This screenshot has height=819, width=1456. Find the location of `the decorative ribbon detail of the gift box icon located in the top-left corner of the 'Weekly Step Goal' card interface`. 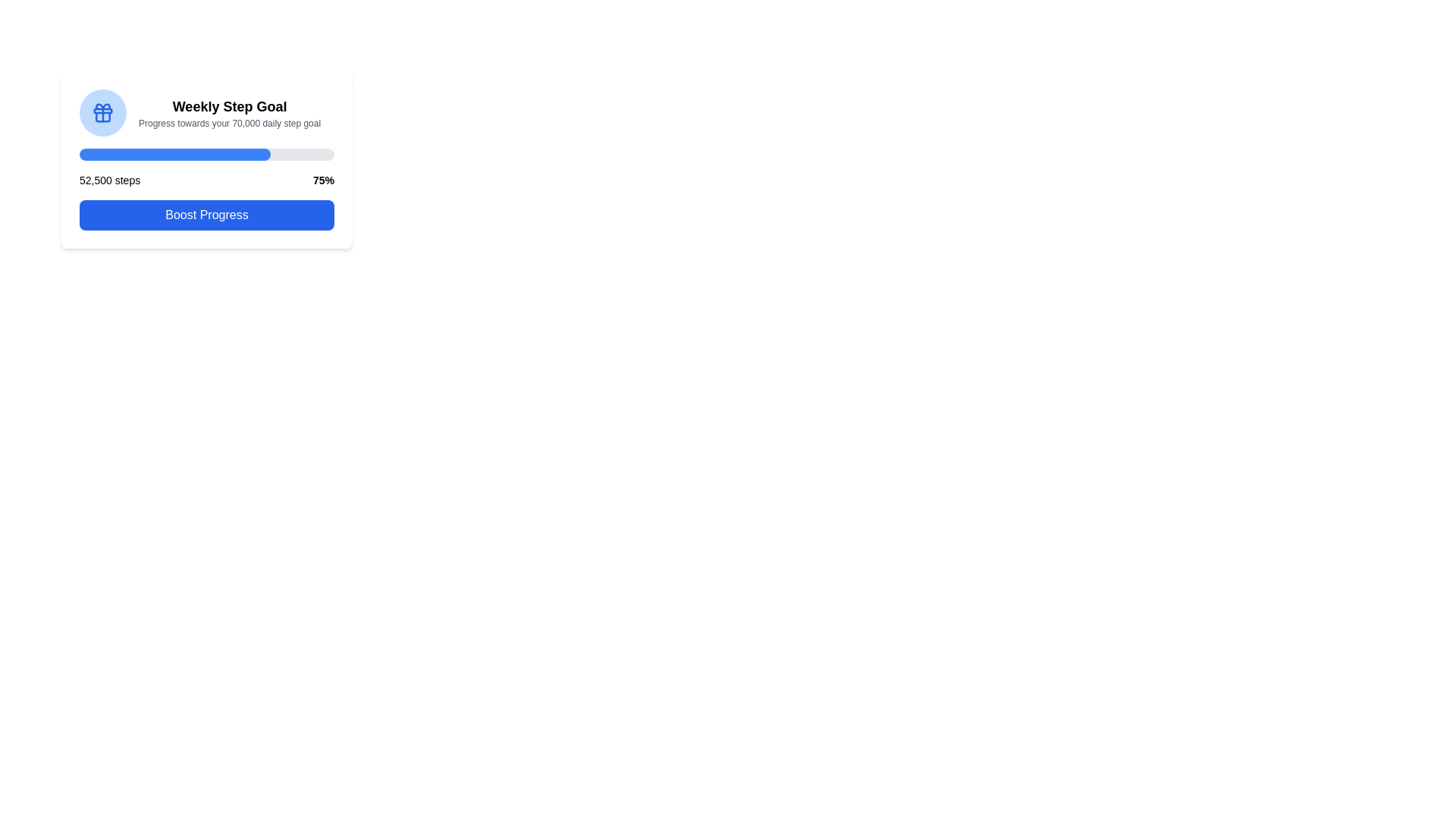

the decorative ribbon detail of the gift box icon located in the top-left corner of the 'Weekly Step Goal' card interface is located at coordinates (102, 105).